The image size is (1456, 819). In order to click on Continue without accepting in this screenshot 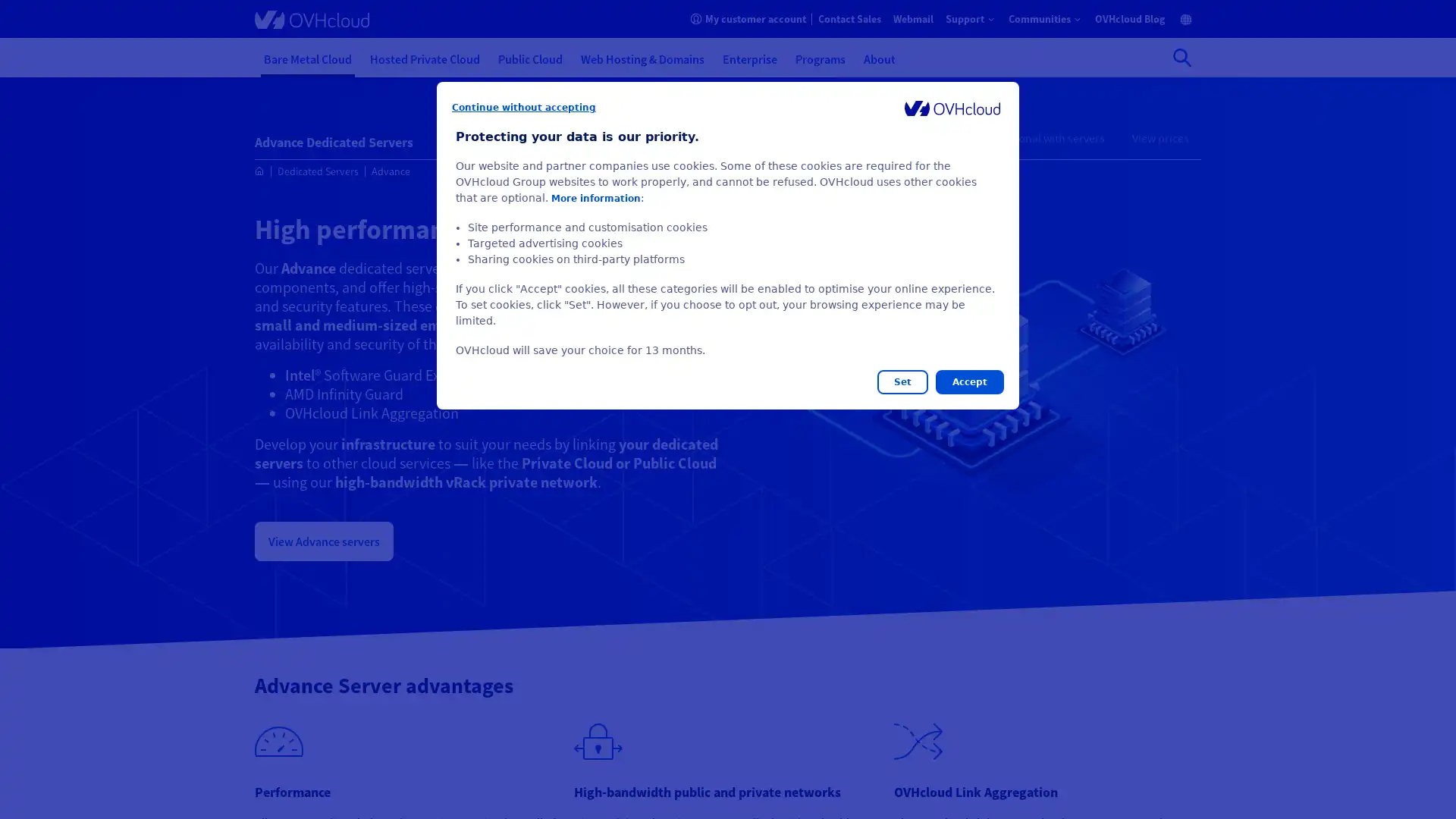, I will do `click(524, 107)`.